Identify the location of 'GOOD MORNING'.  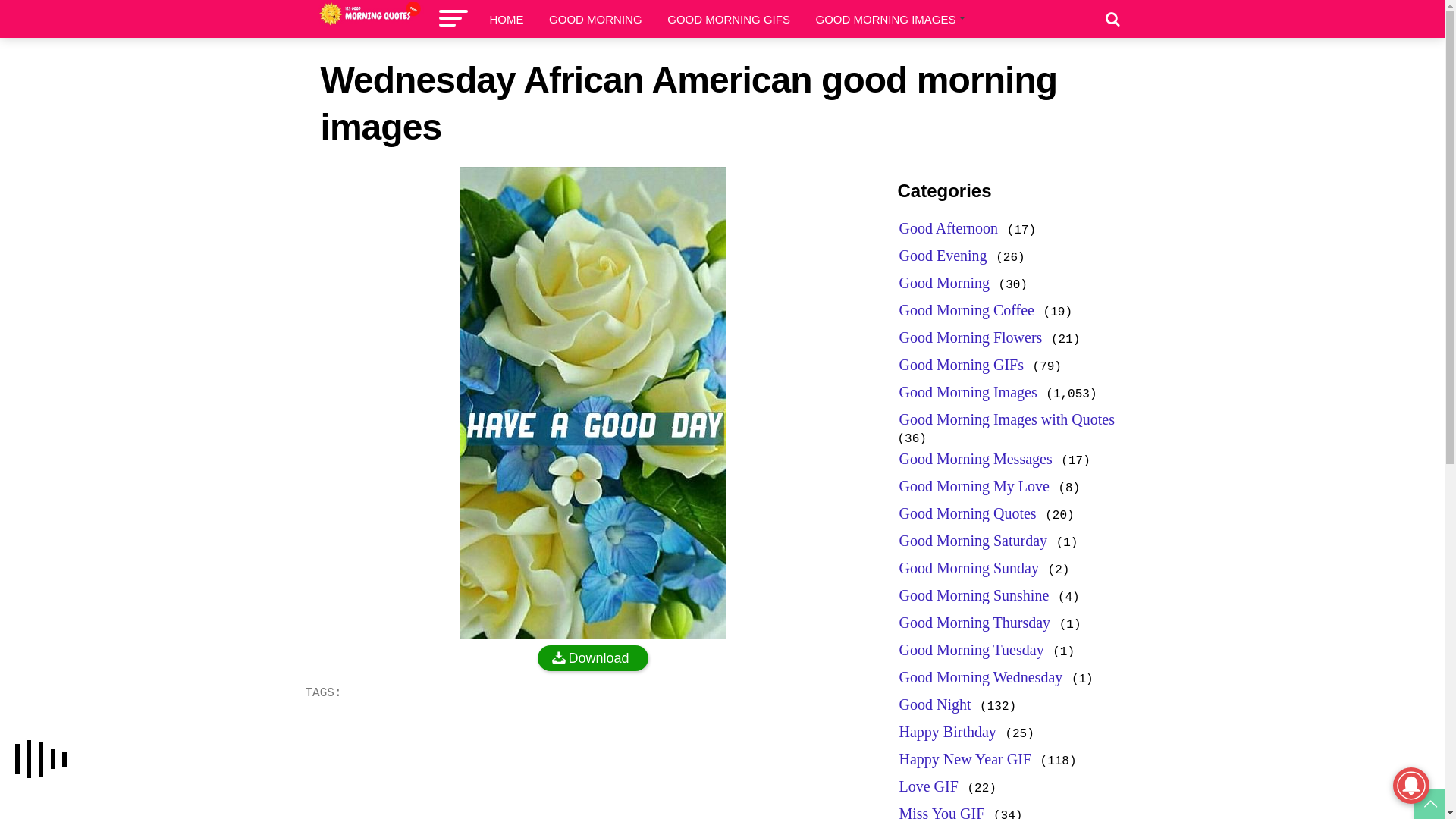
(595, 19).